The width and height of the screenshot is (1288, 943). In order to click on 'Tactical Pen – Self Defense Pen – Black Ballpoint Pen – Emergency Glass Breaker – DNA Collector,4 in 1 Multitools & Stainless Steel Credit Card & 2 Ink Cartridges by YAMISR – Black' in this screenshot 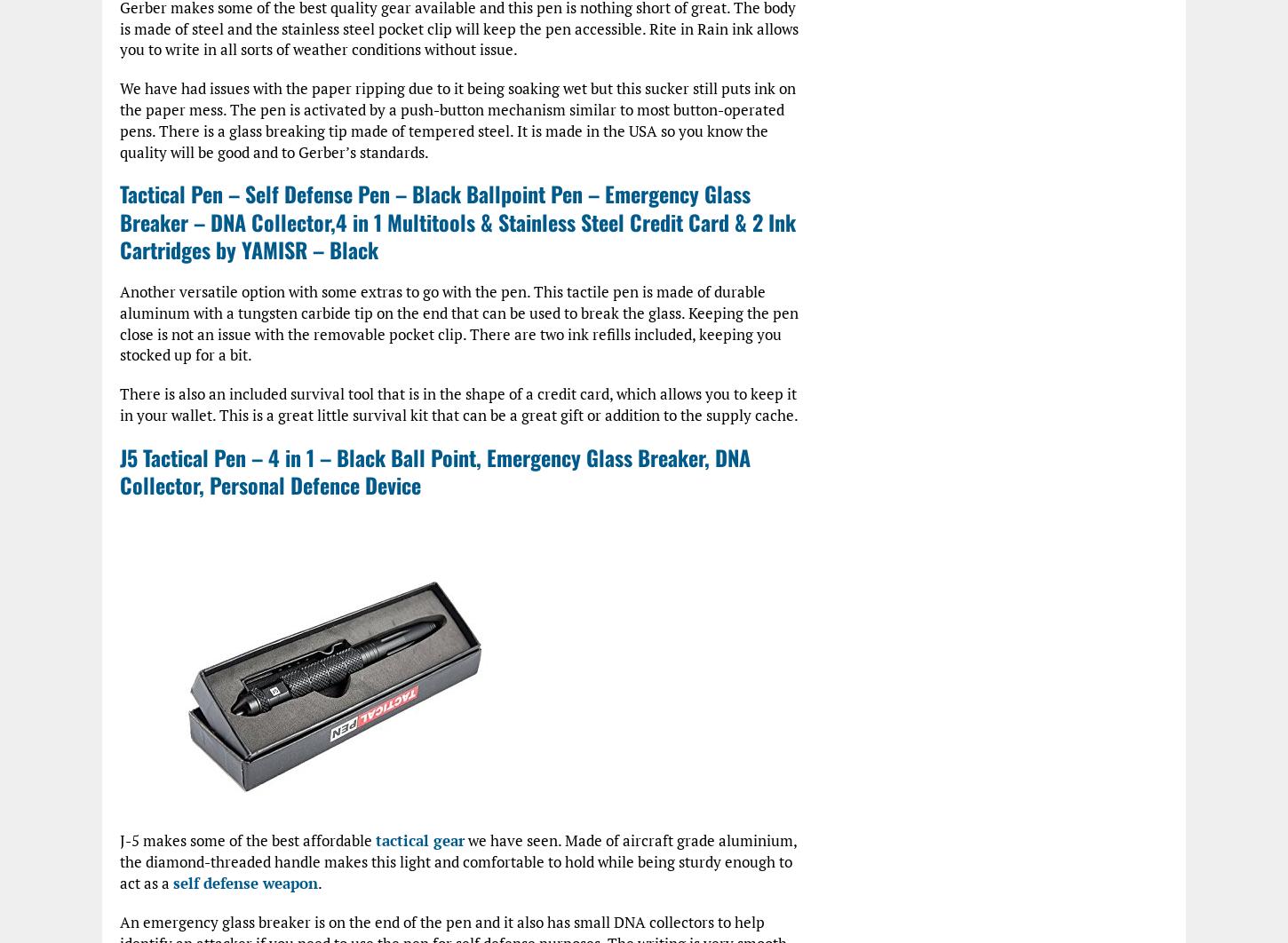, I will do `click(457, 221)`.